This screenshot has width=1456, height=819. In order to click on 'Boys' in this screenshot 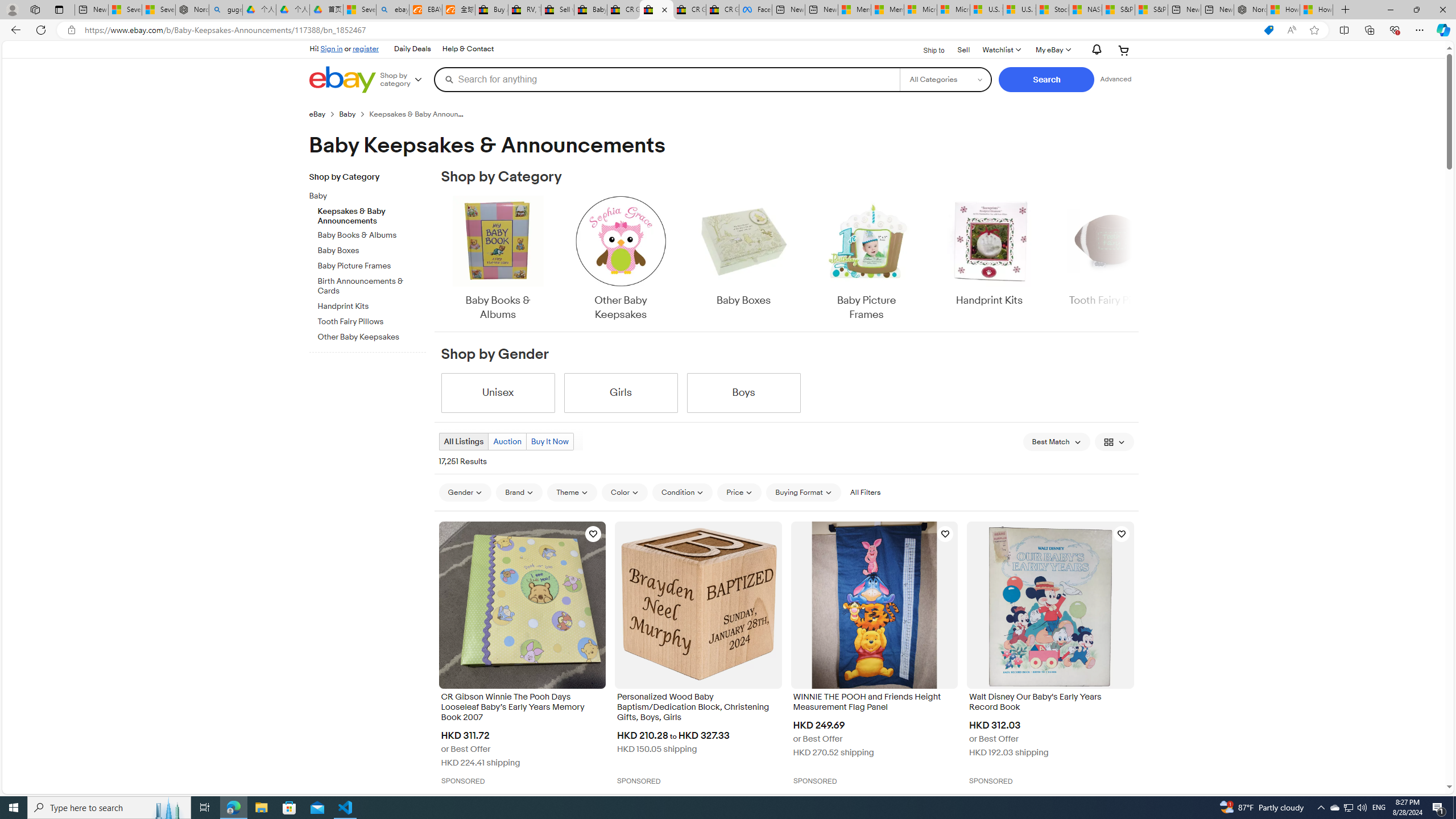, I will do `click(742, 392)`.